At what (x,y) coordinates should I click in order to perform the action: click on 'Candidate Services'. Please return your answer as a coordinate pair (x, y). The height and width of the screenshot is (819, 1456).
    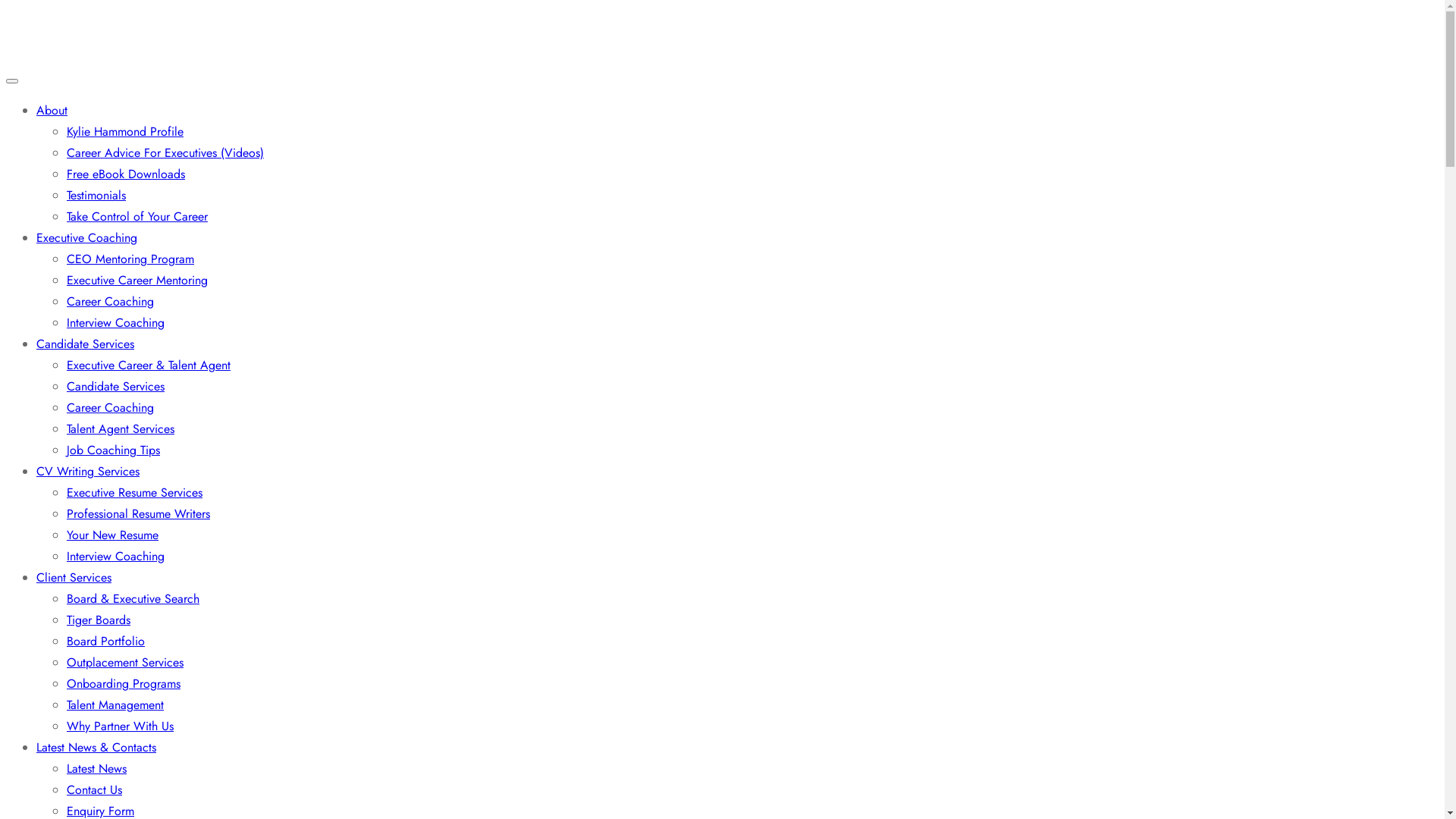
    Looking at the image, I should click on (84, 344).